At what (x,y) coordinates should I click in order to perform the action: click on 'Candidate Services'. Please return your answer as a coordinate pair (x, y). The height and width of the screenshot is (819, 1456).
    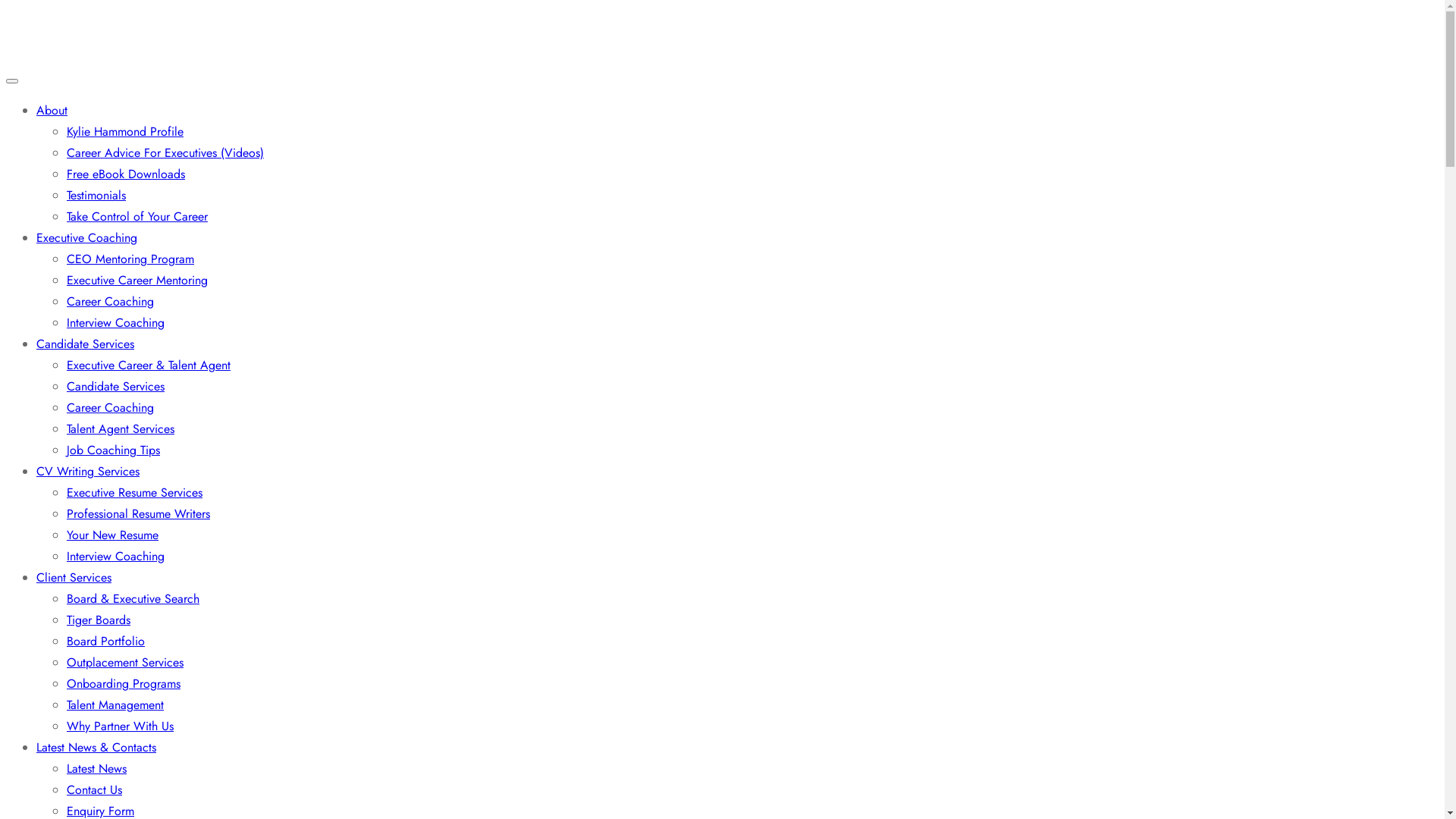
    Looking at the image, I should click on (84, 344).